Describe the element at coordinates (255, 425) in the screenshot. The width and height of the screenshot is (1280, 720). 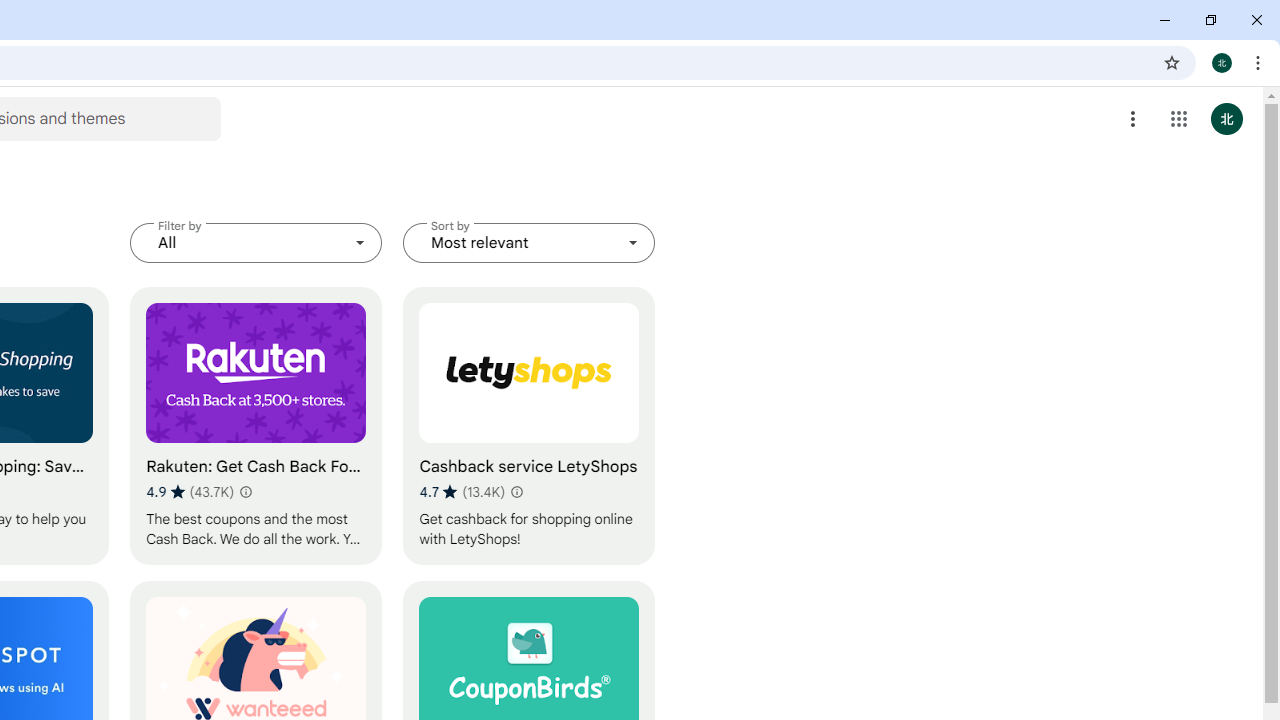
I see `'Rakuten: Get Cash Back For Shopping'` at that location.